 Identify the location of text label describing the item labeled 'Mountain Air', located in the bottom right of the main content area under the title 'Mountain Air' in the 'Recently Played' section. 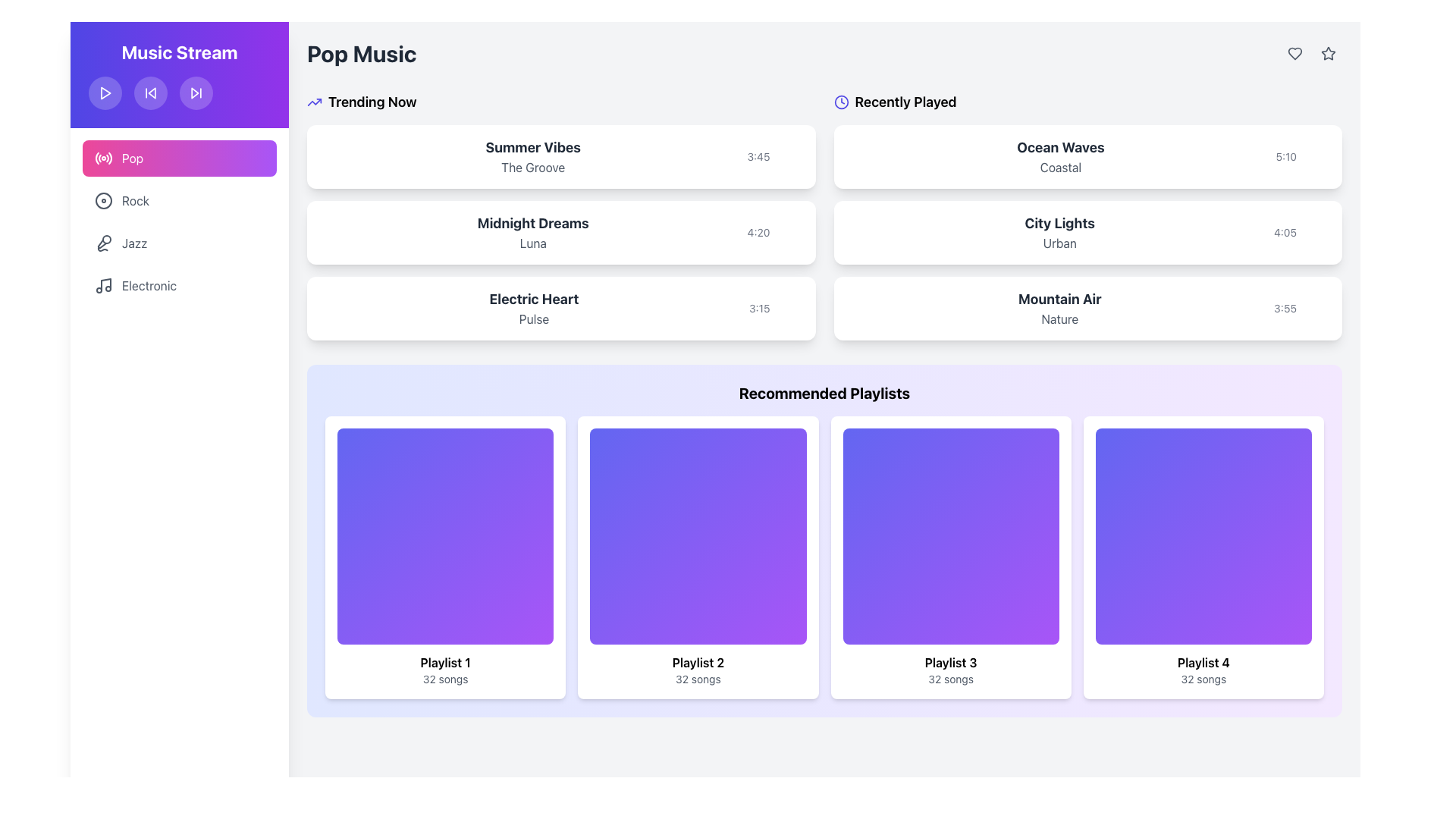
(1059, 318).